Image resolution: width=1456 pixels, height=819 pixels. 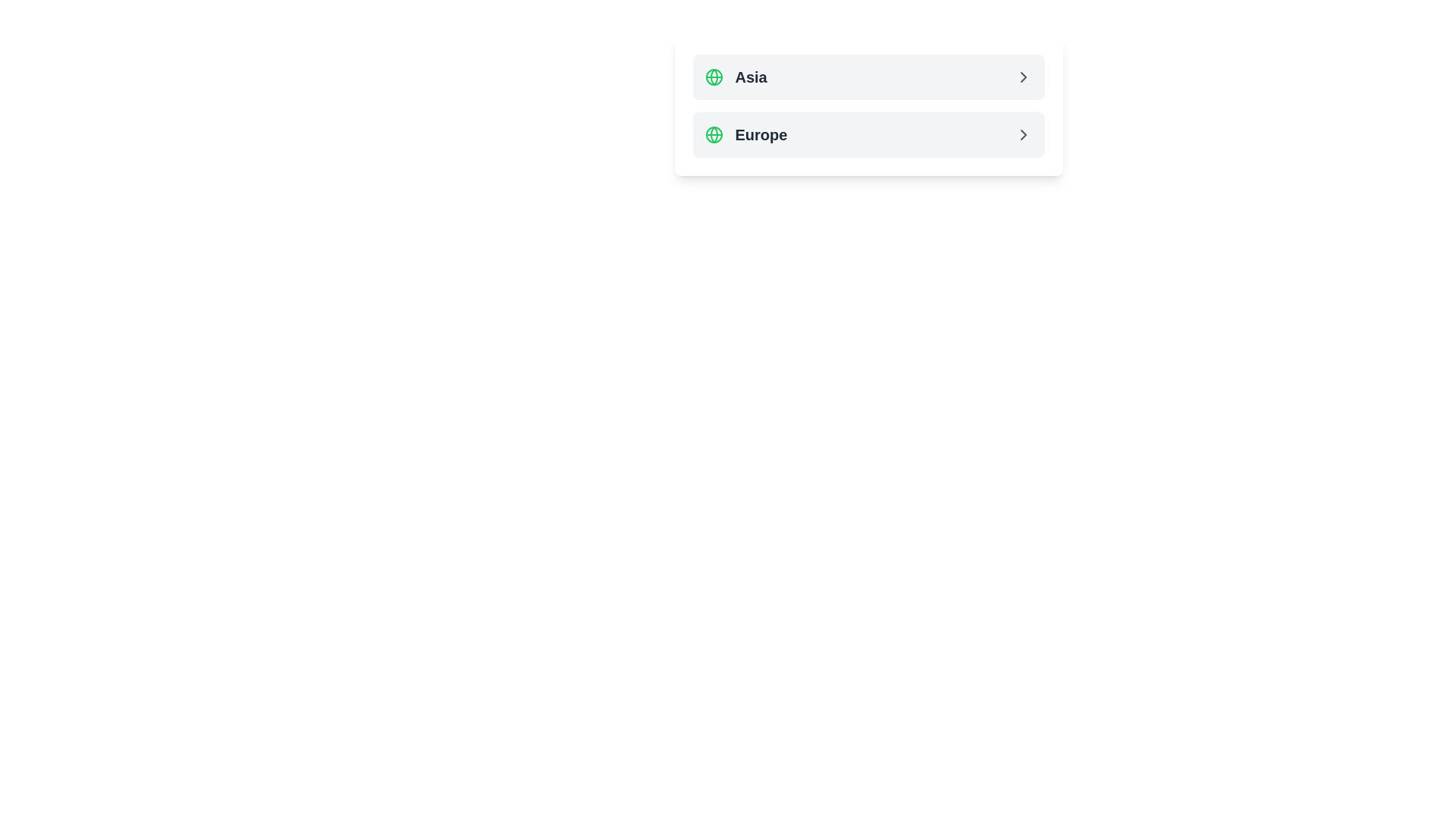 I want to click on the chevron-shaped arrow icon located on the right side of the 'Asia' list item in the menu, so click(x=1023, y=77).